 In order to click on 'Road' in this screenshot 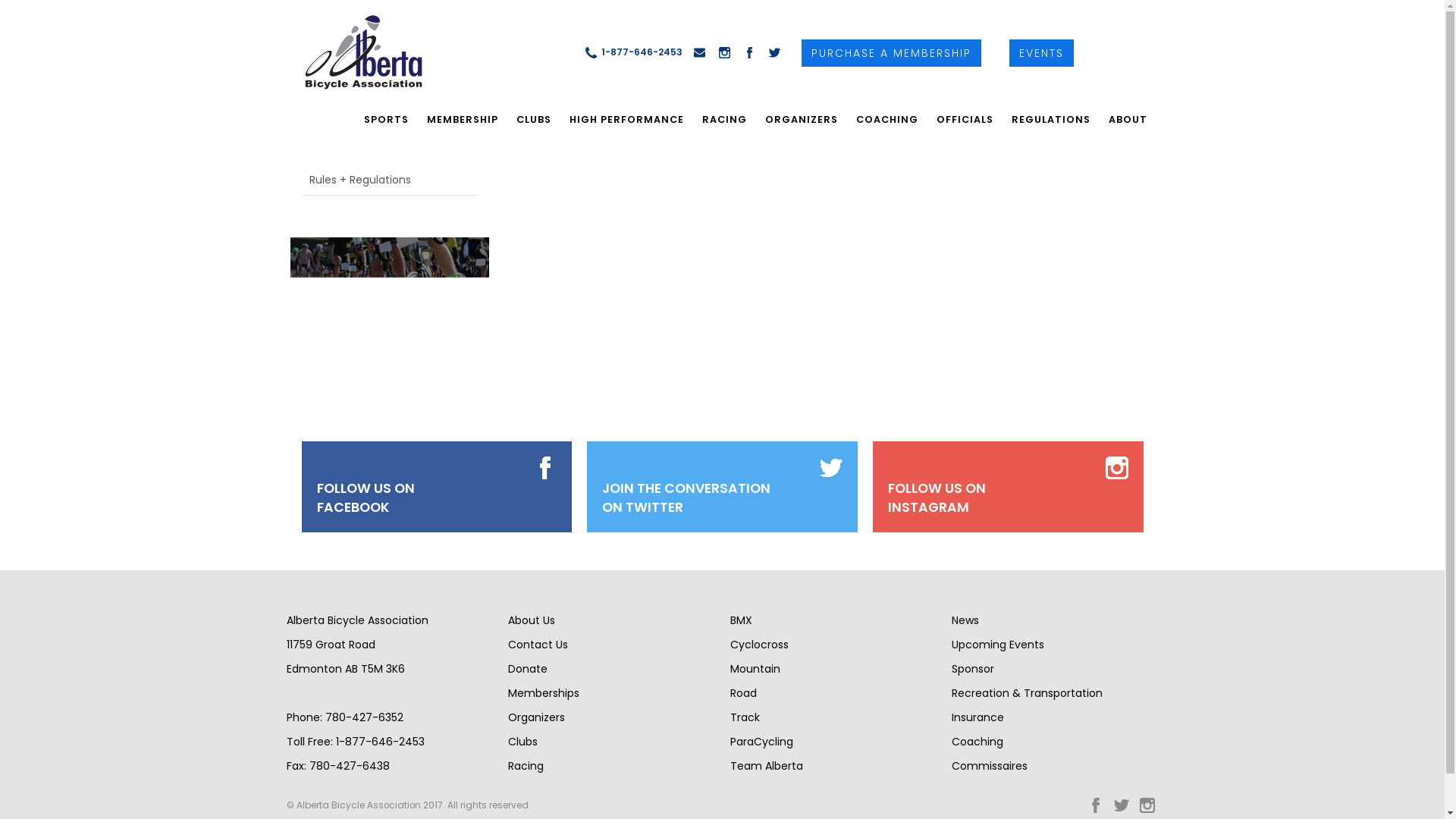, I will do `click(729, 693)`.